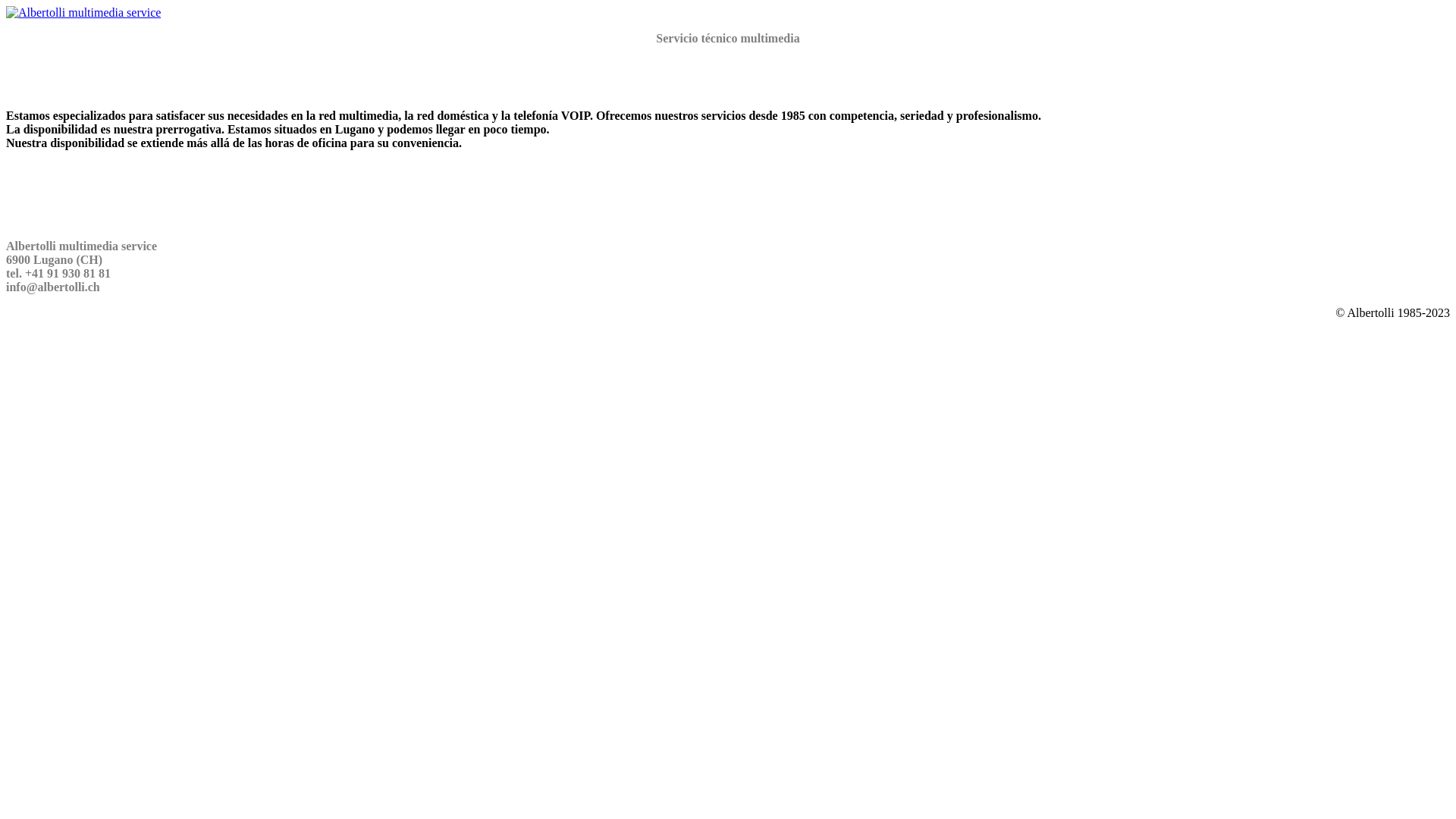  What do you see at coordinates (83, 12) in the screenshot?
I see `'Albertolli multimedia service'` at bounding box center [83, 12].